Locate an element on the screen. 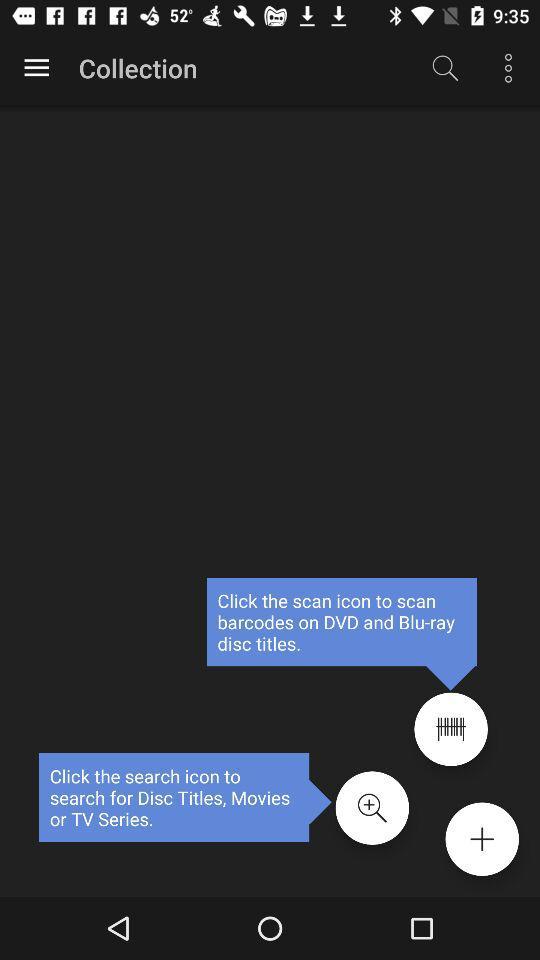  scan barcode is located at coordinates (451, 728).